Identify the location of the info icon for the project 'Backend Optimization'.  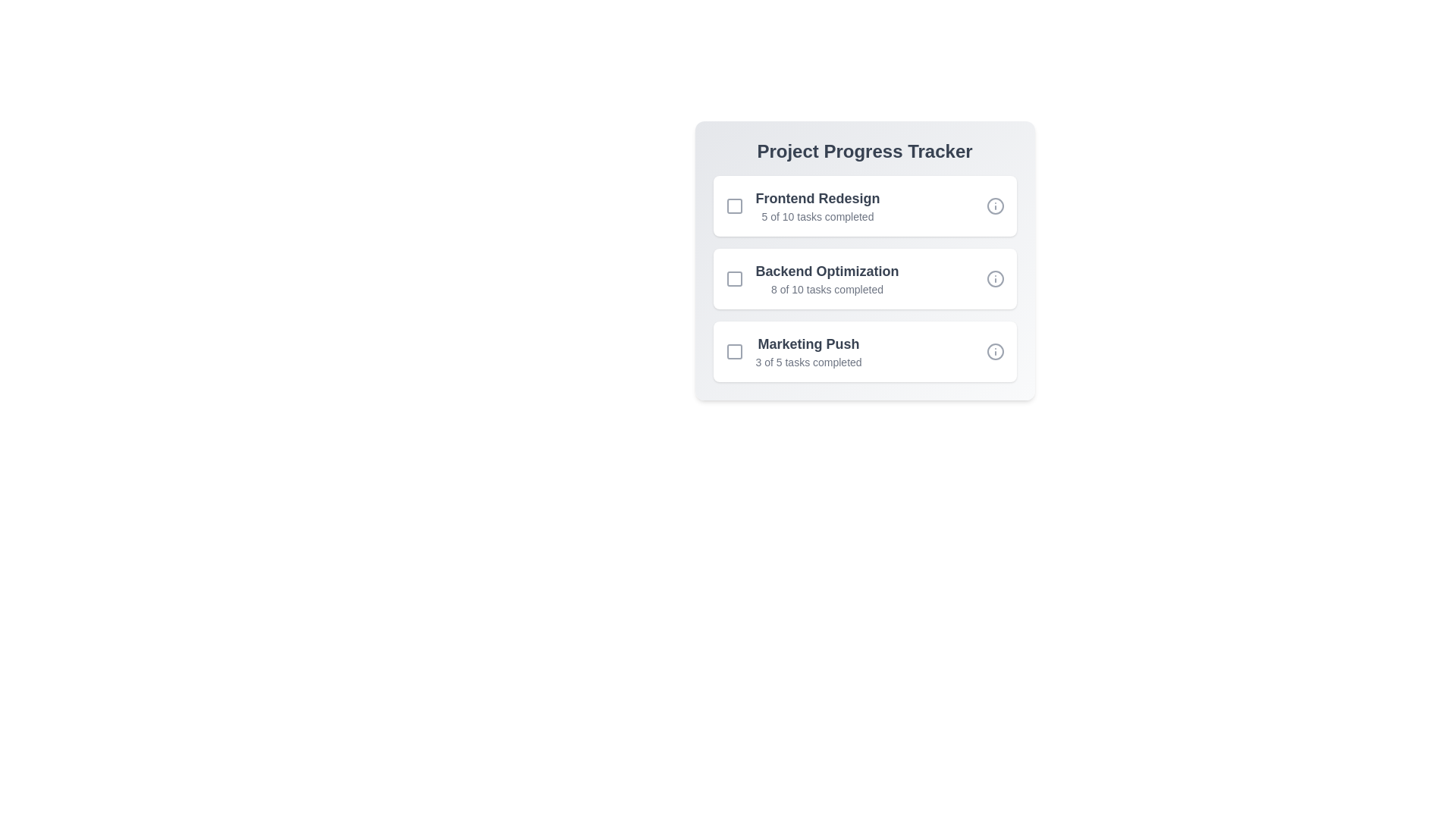
(995, 278).